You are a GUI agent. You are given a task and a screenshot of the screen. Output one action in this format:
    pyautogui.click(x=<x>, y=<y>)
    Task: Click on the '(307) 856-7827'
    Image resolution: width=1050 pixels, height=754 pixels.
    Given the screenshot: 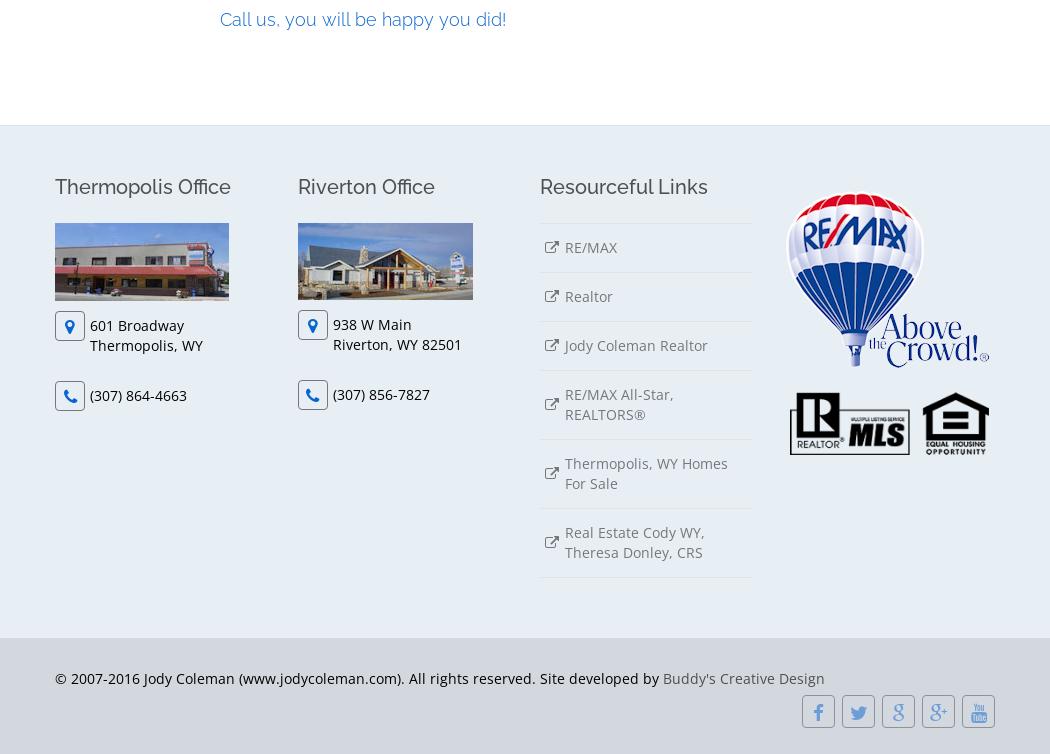 What is the action you would take?
    pyautogui.click(x=332, y=393)
    